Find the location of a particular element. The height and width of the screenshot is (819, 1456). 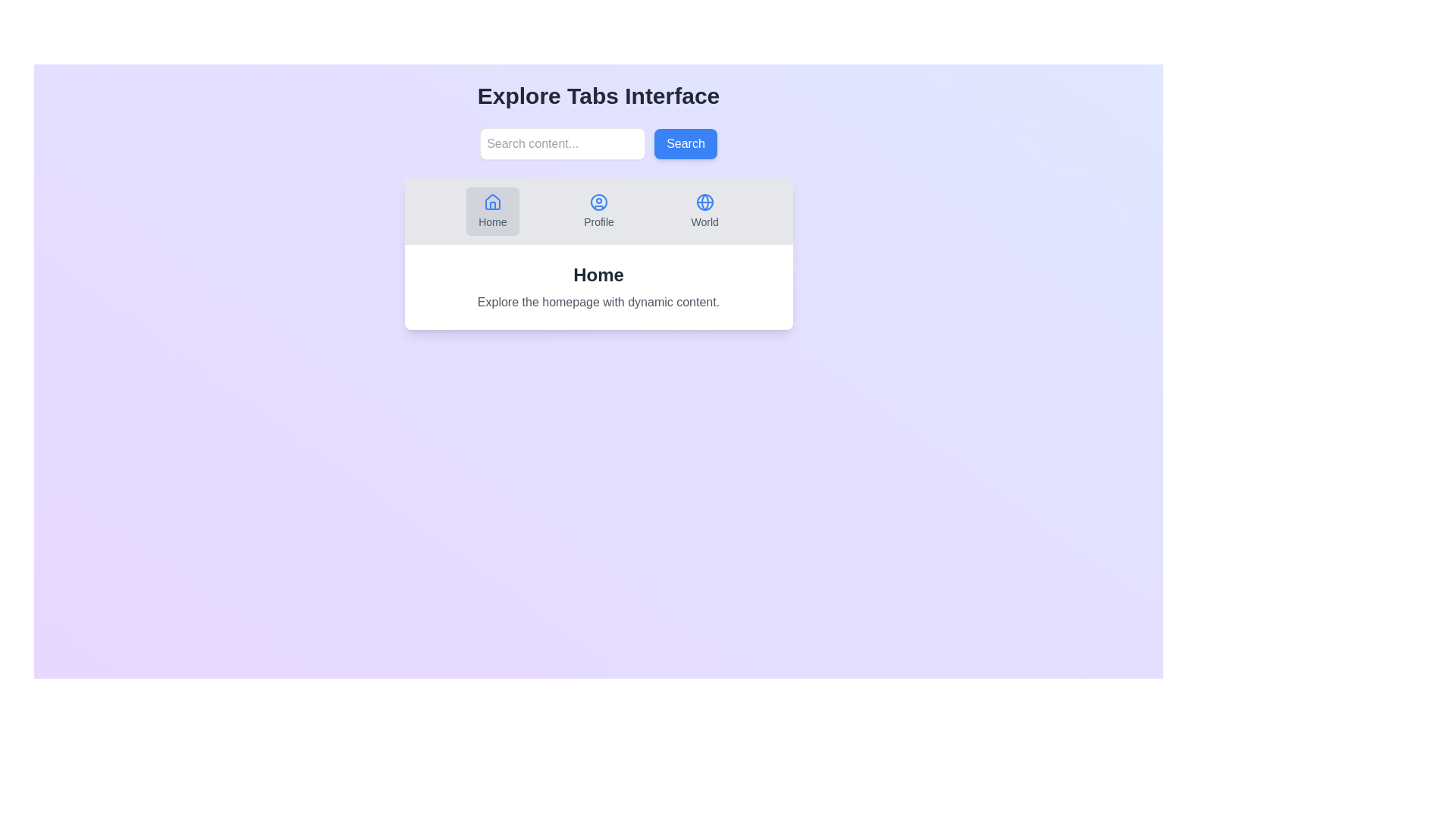

the Profile tab is located at coordinates (598, 211).